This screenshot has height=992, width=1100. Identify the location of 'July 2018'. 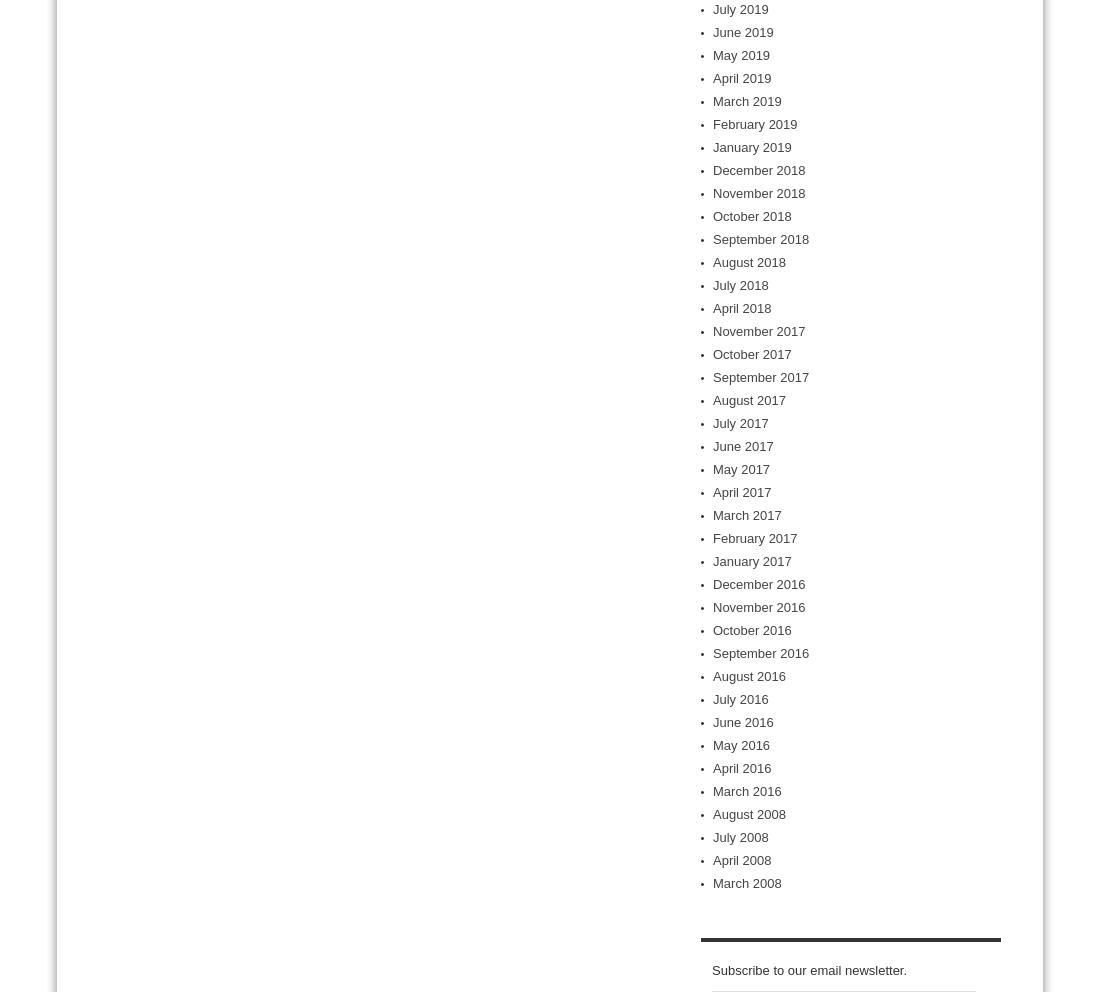
(739, 284).